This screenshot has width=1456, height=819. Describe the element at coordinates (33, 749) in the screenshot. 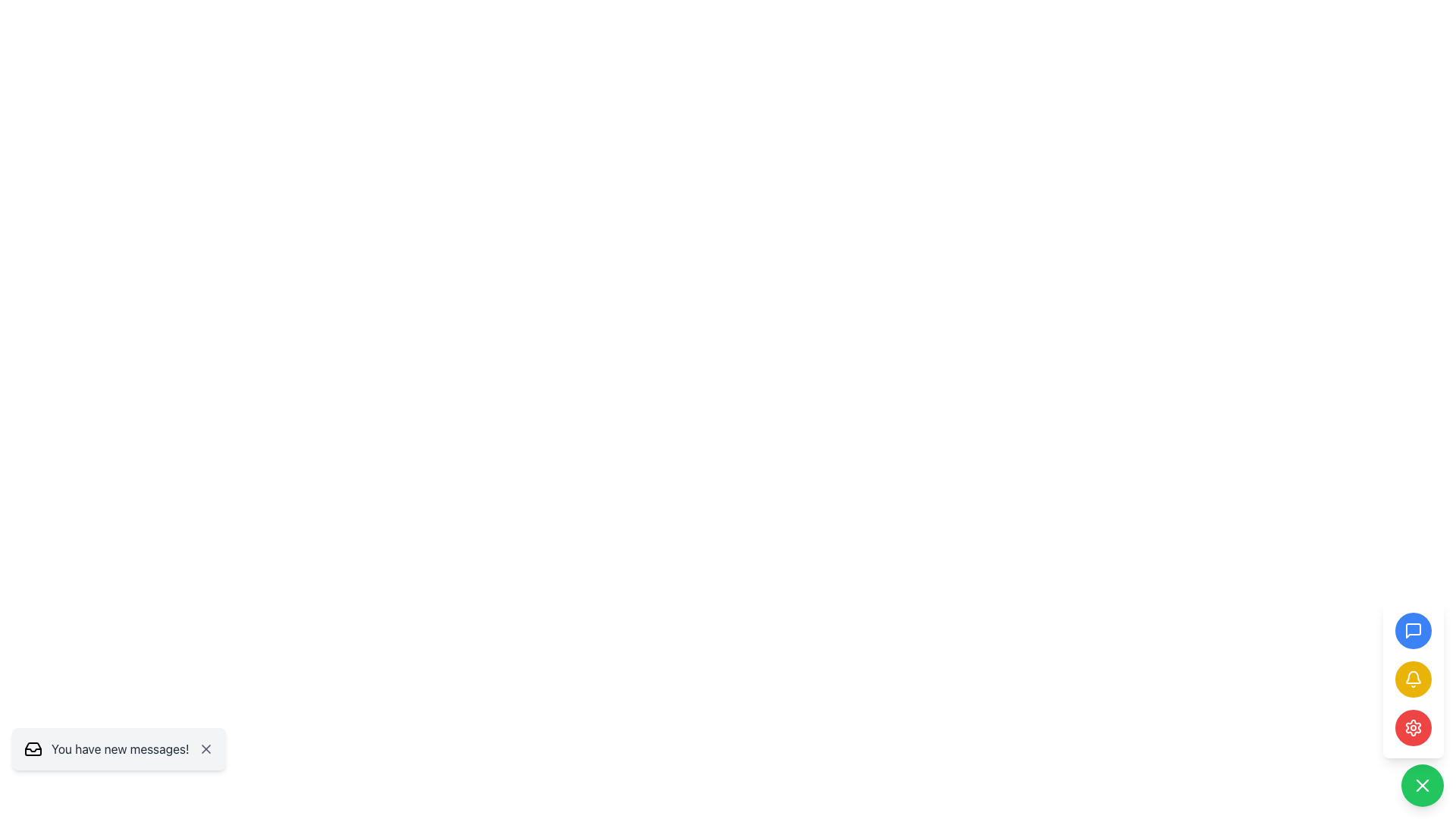

I see `the downward-facing chevron icon subcomponent at the bottom of the inbox icon, which is styled minimally without any fill` at that location.